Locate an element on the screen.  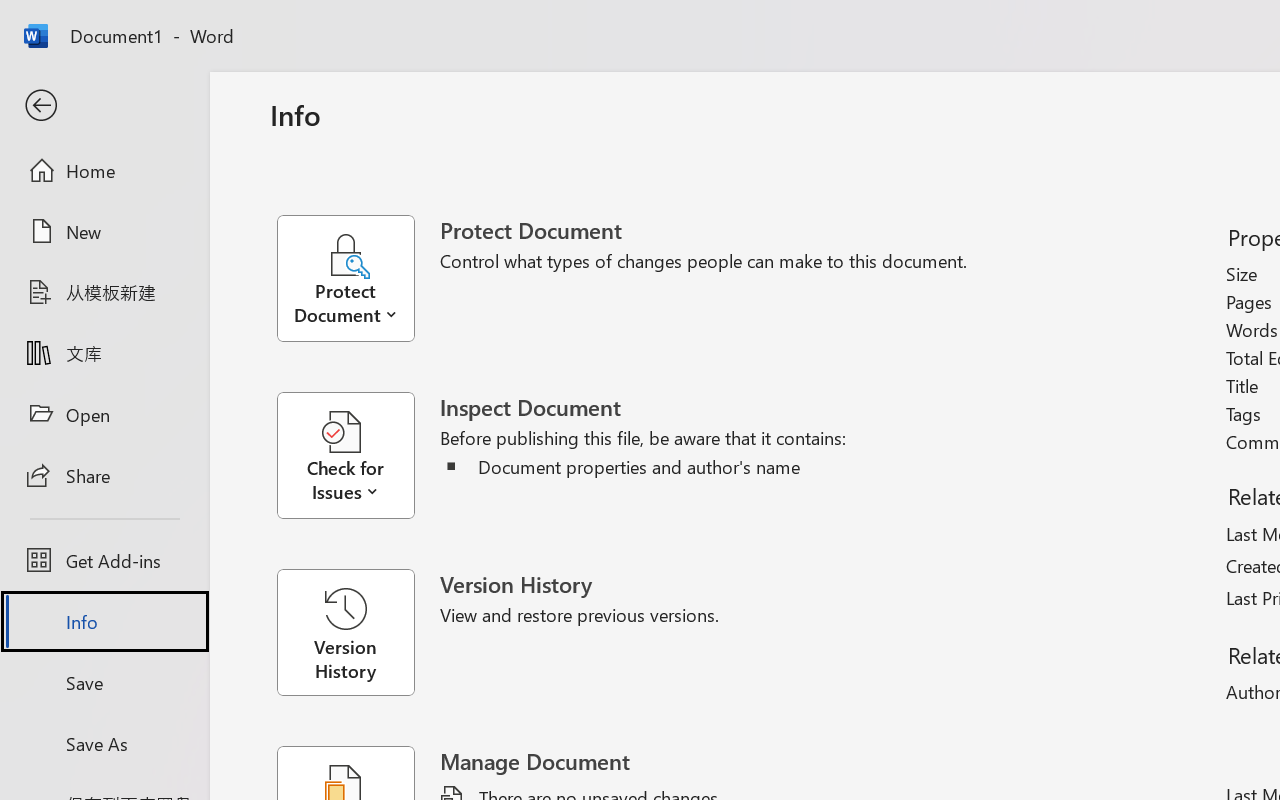
'Version History' is located at coordinates (345, 632).